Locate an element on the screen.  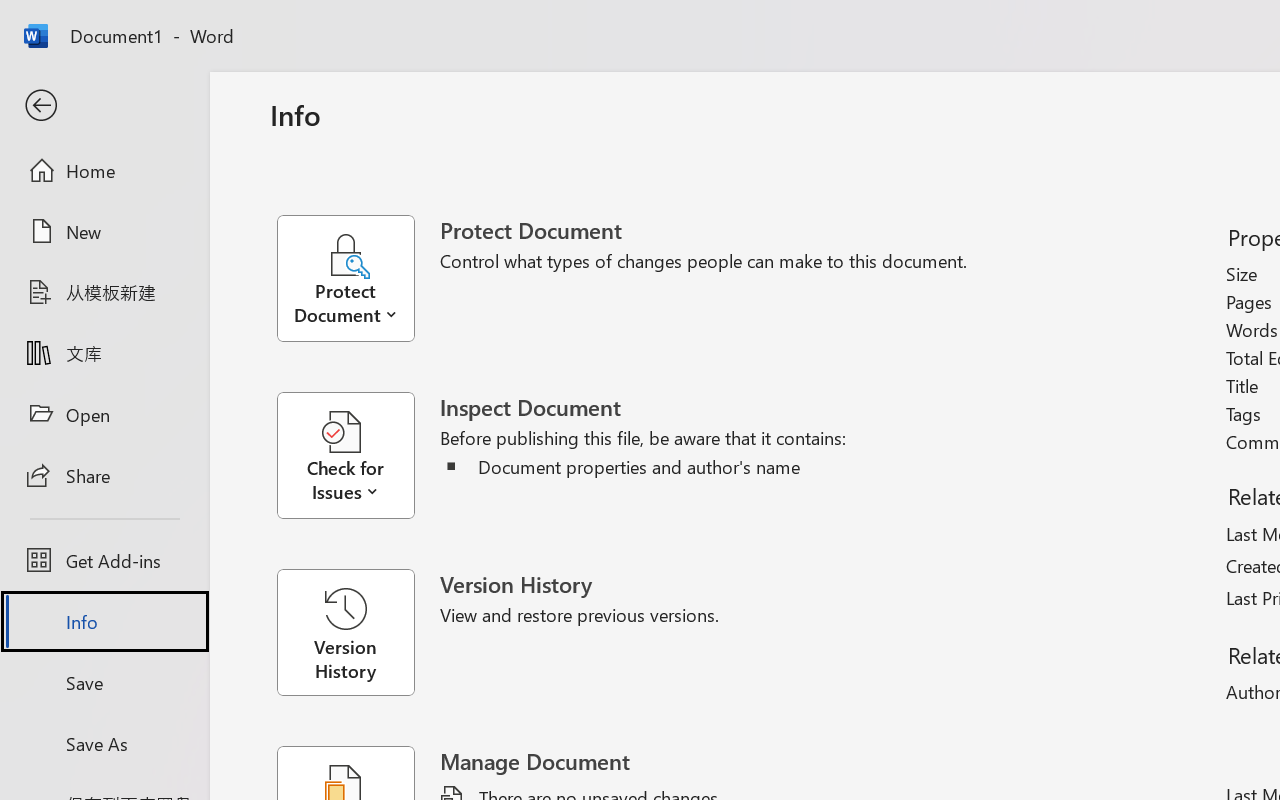
'Version History' is located at coordinates (345, 632).